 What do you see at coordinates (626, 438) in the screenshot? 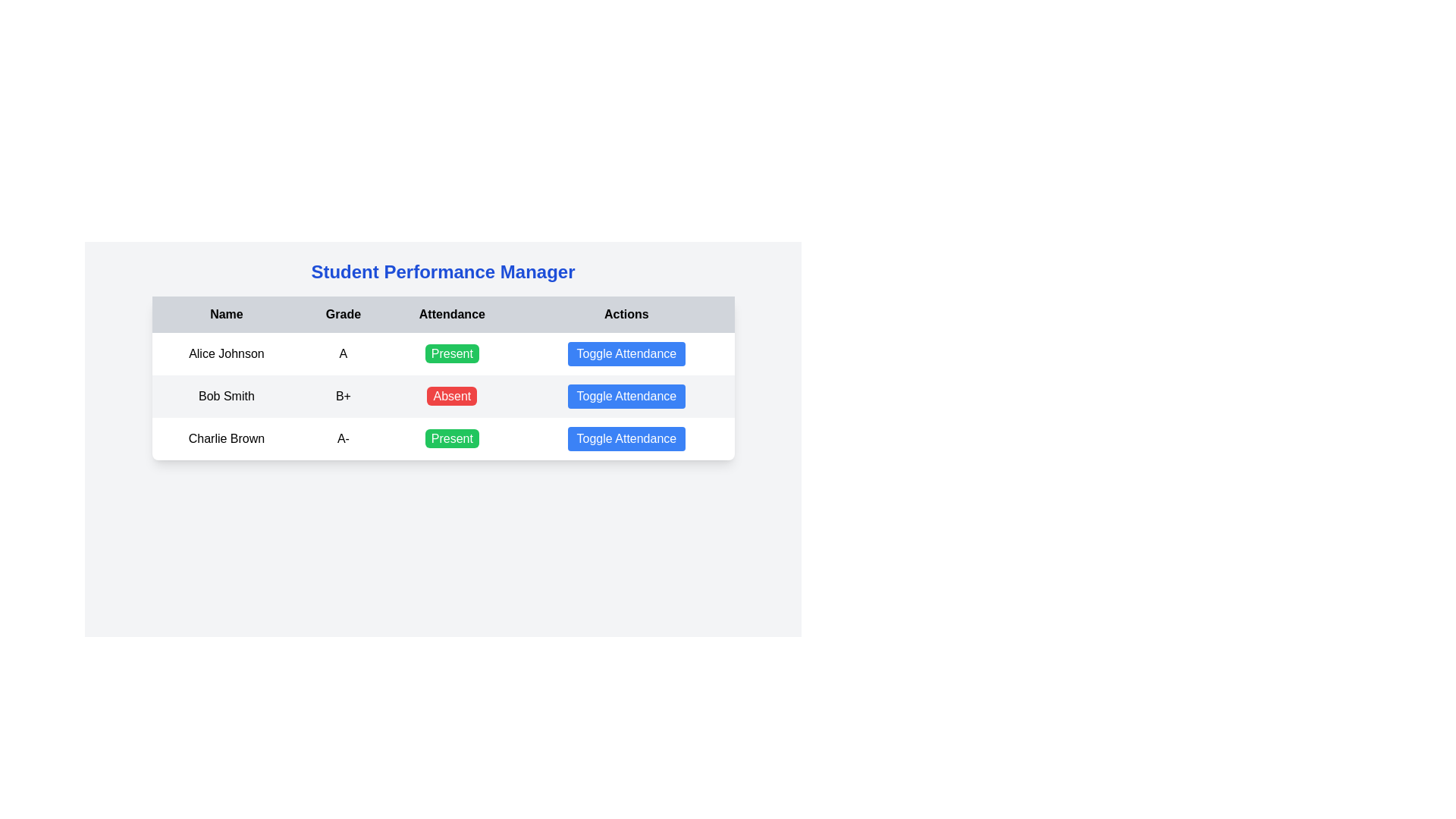
I see `the attendance status toggle button for 'Charlie Brown'` at bounding box center [626, 438].